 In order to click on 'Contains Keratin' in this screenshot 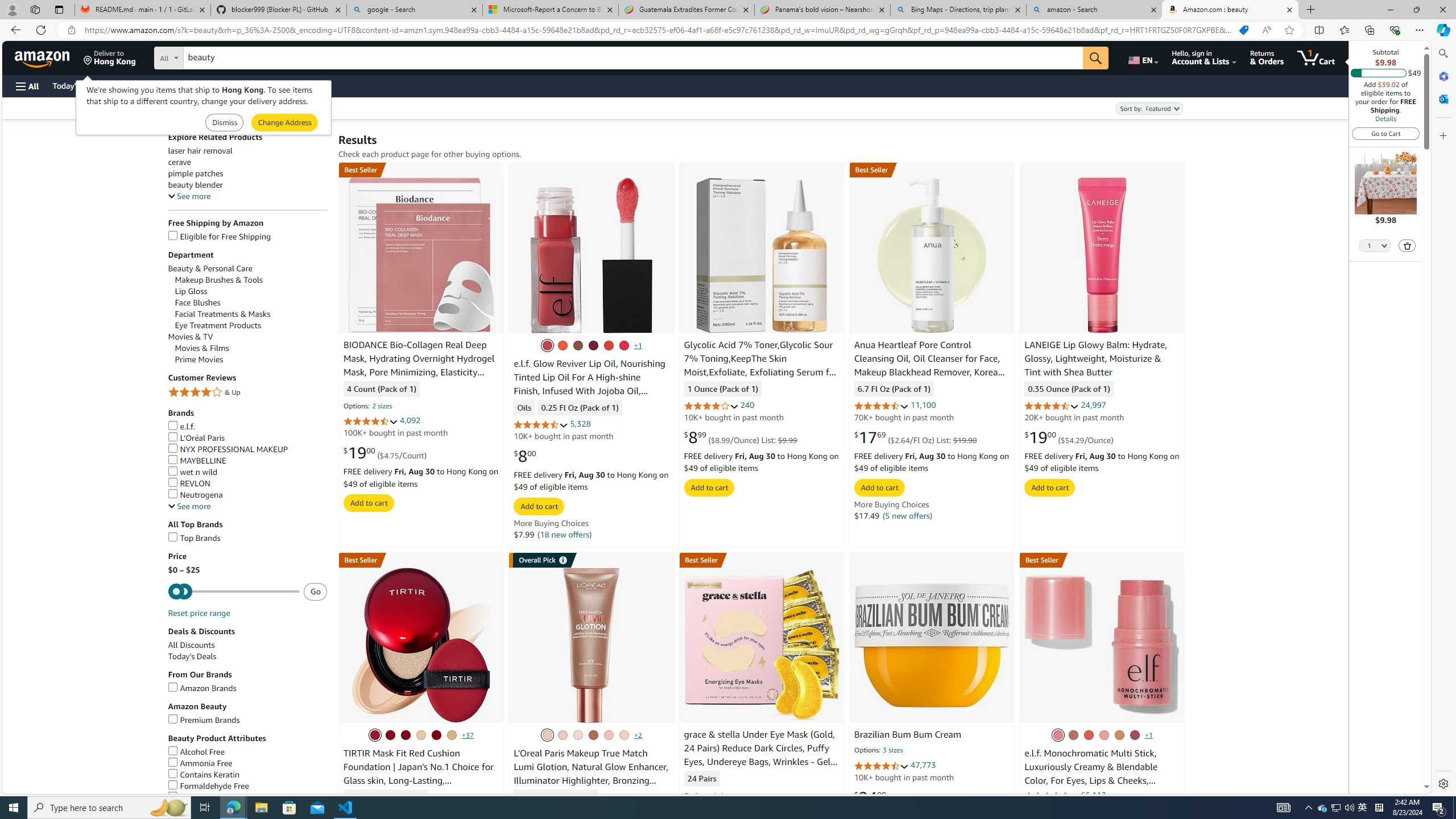, I will do `click(247, 775)`.